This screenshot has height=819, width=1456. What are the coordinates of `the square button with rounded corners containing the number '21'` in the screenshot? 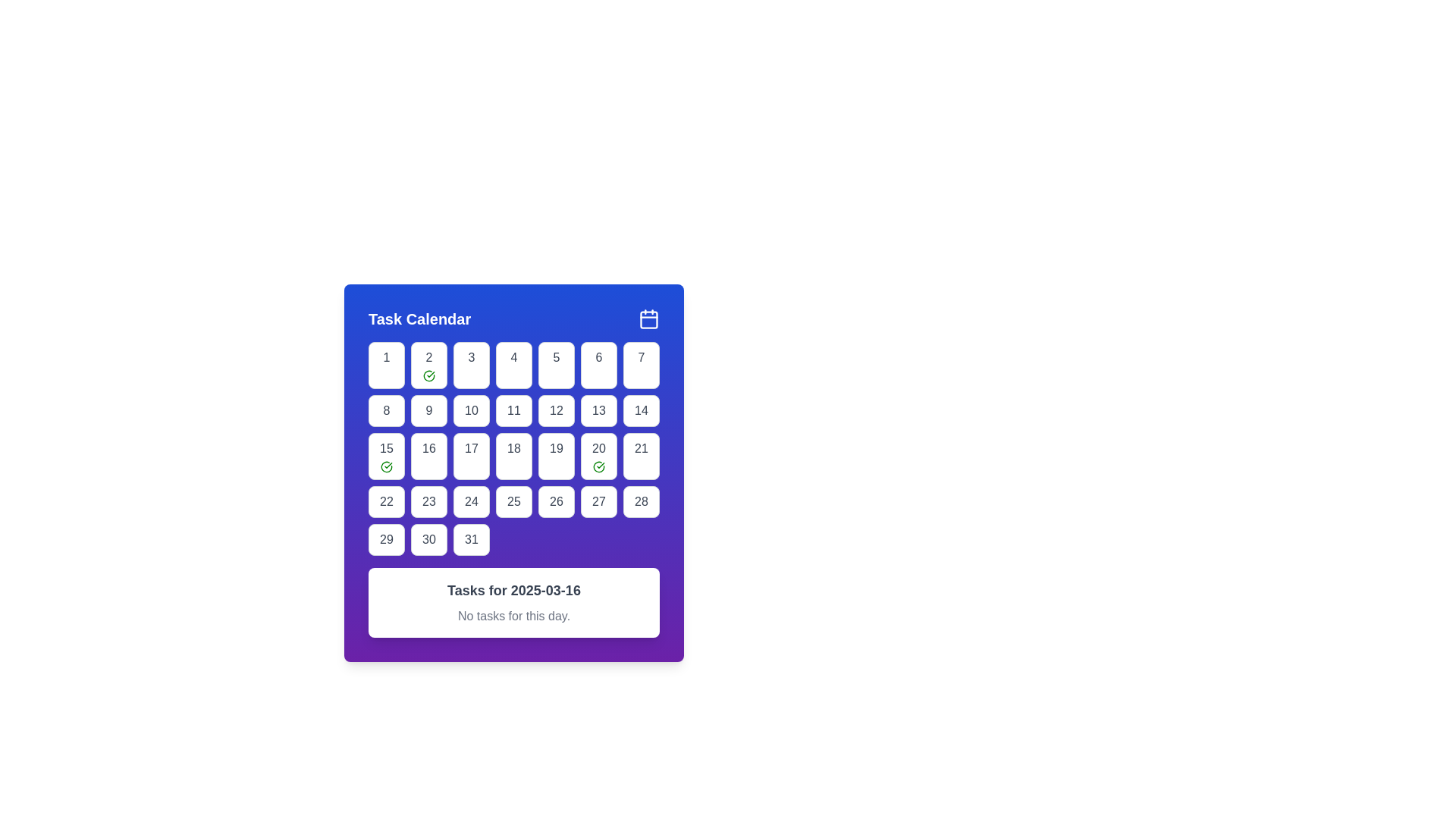 It's located at (641, 455).